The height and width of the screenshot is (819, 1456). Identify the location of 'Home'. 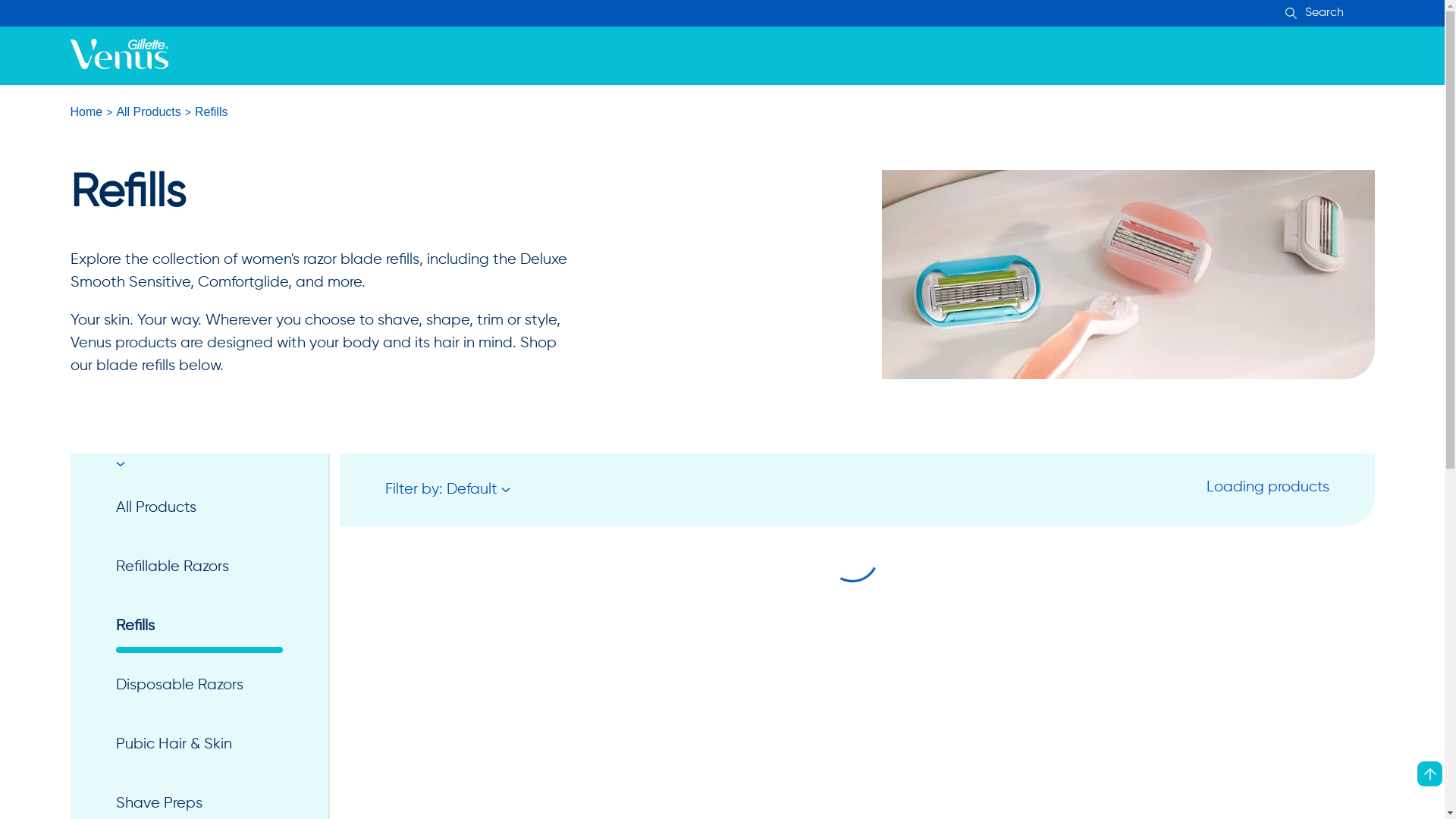
(85, 111).